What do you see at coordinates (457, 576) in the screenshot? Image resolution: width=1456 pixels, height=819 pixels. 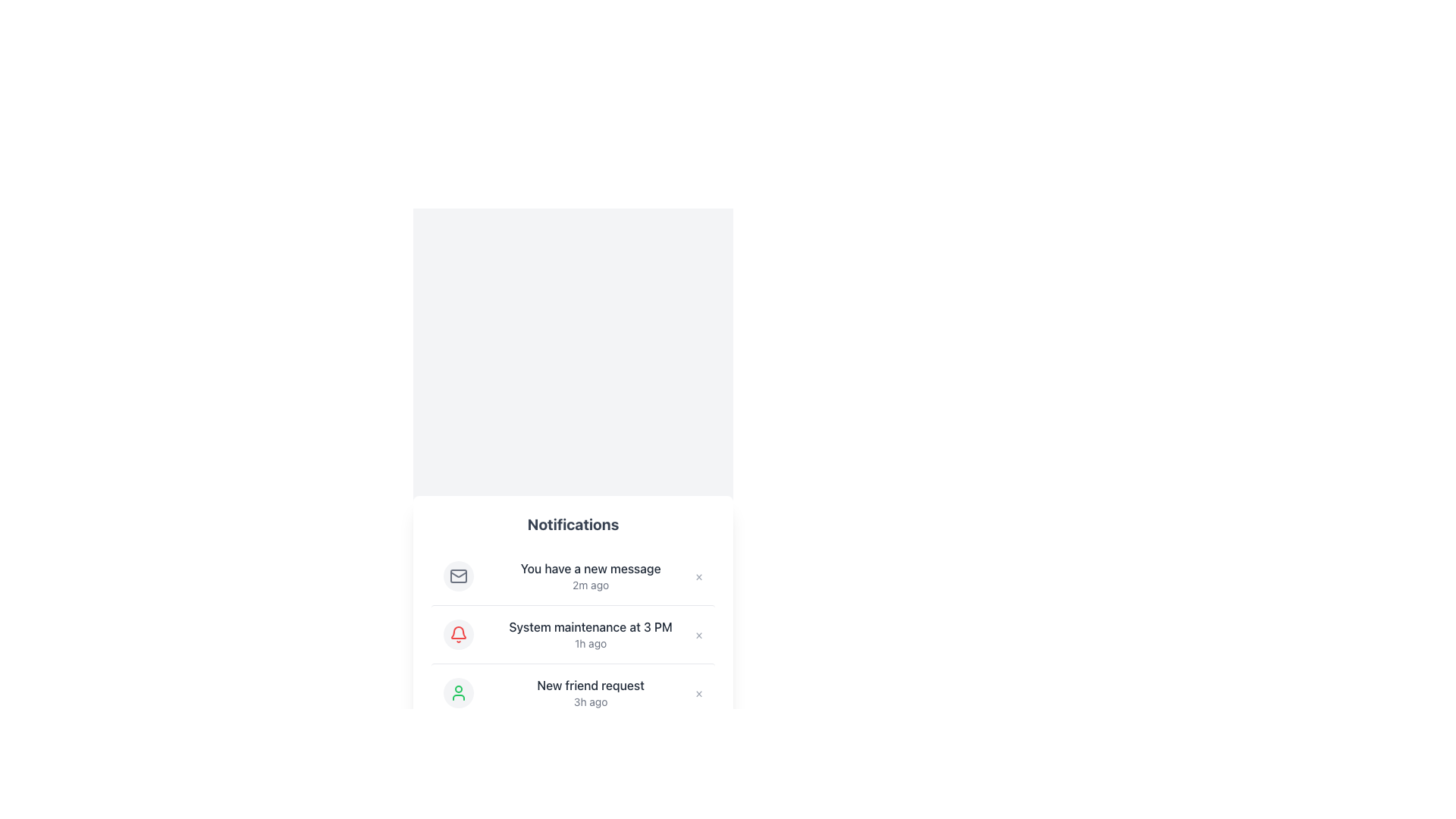 I see `the mail icon represented by an outlined envelope graphic, located near the top left of the first notification item with the title 'You have a new message'` at bounding box center [457, 576].